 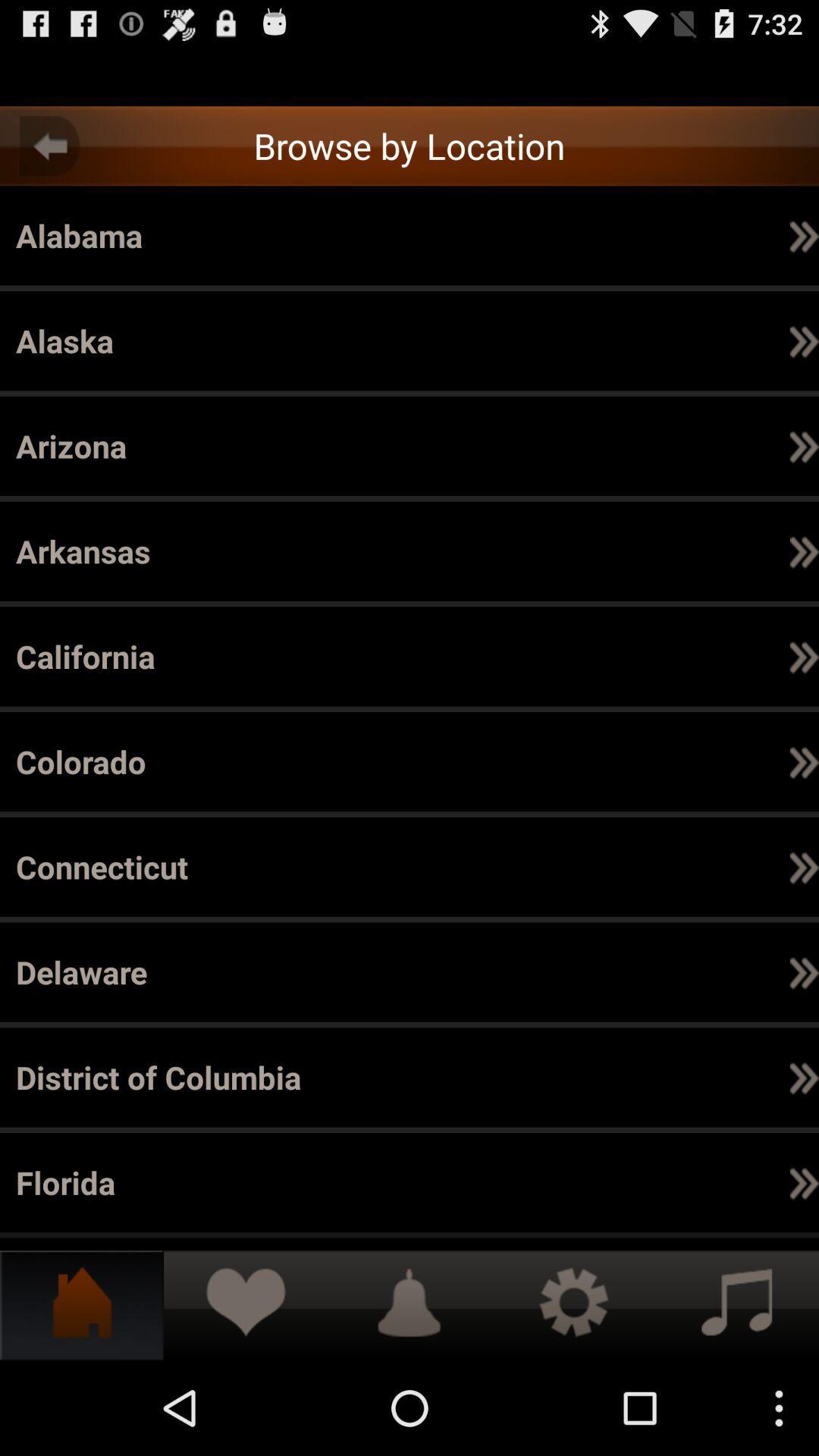 What do you see at coordinates (657, 1181) in the screenshot?
I see `item to the right of the   el dorado icon` at bounding box center [657, 1181].